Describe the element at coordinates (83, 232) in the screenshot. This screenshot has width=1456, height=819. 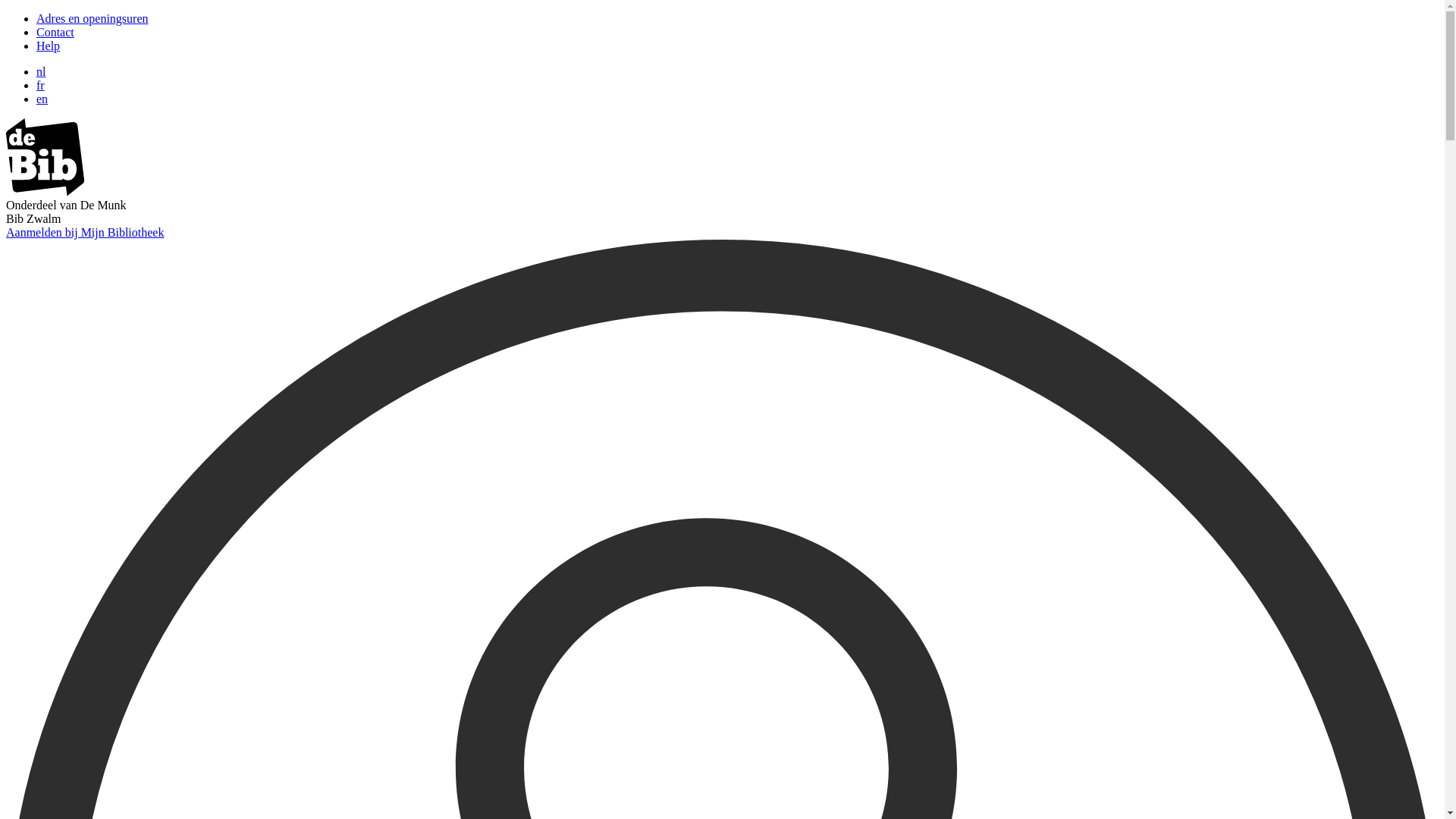
I see `'Aanmelden bij Mijn Bibliotheek'` at that location.